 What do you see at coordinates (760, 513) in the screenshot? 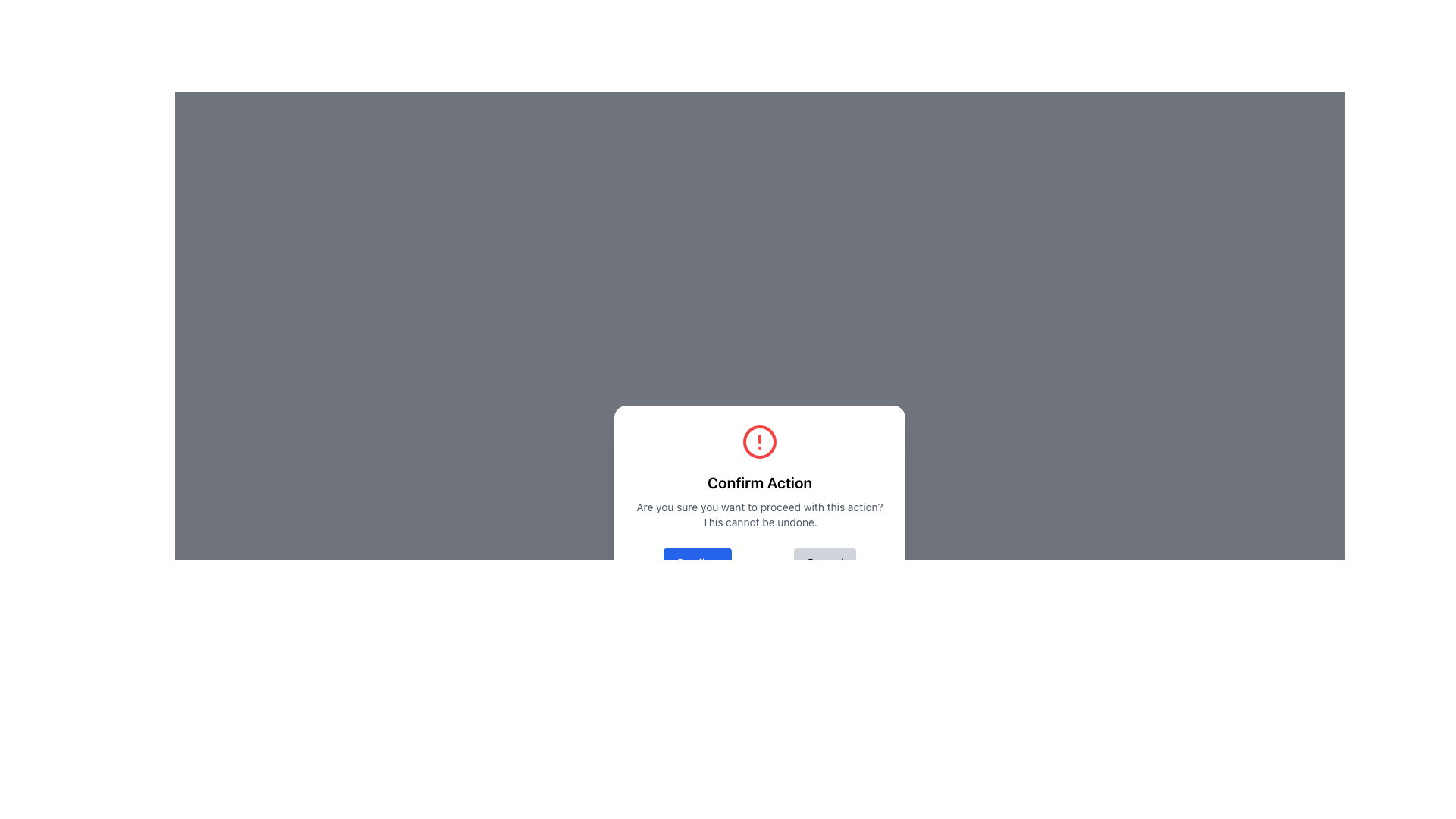
I see `warning message displayed in the static text element located centrally in the modal, beneath the header labeled 'Confirm Action'` at bounding box center [760, 513].